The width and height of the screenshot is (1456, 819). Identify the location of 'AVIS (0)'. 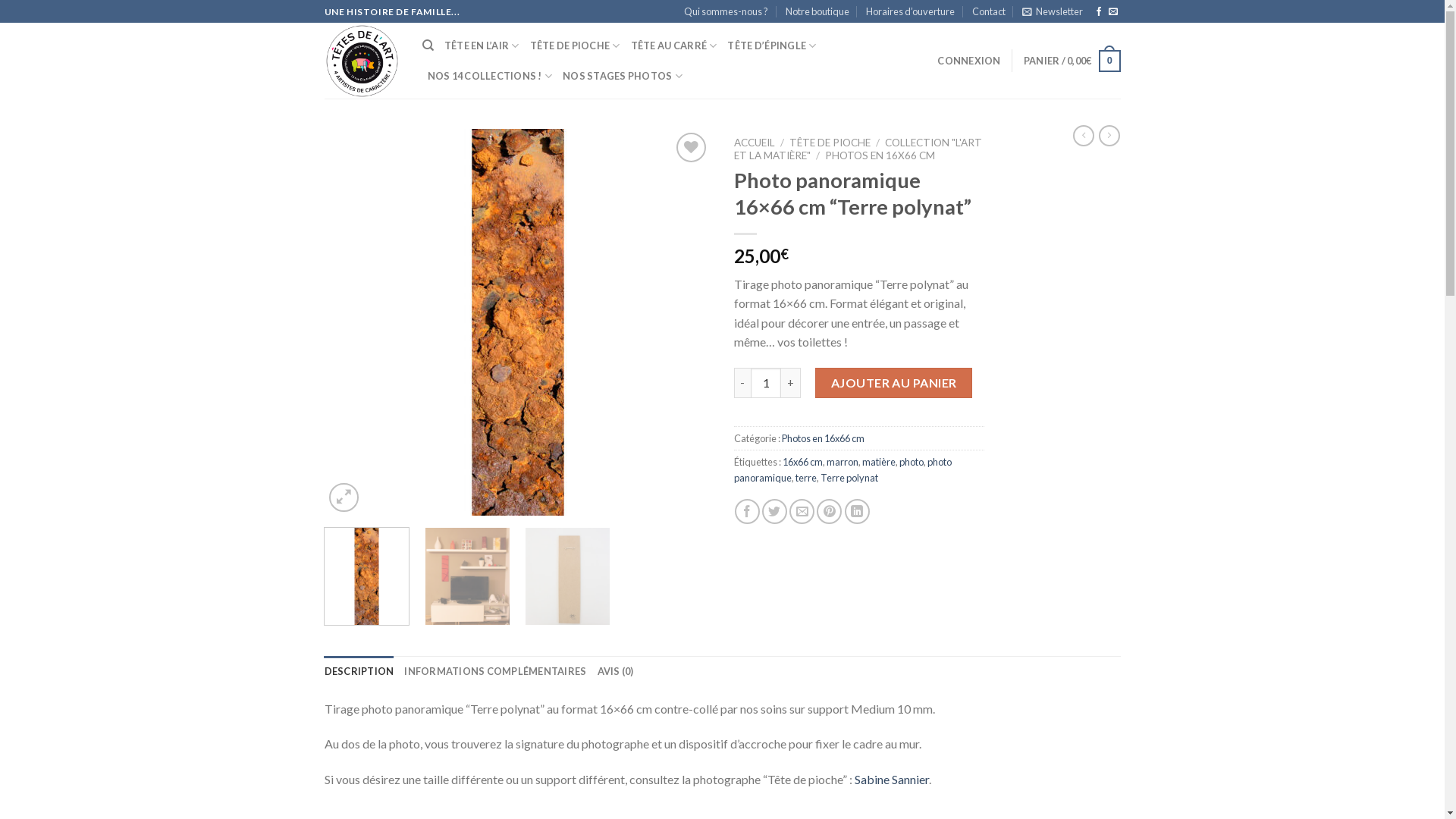
(596, 670).